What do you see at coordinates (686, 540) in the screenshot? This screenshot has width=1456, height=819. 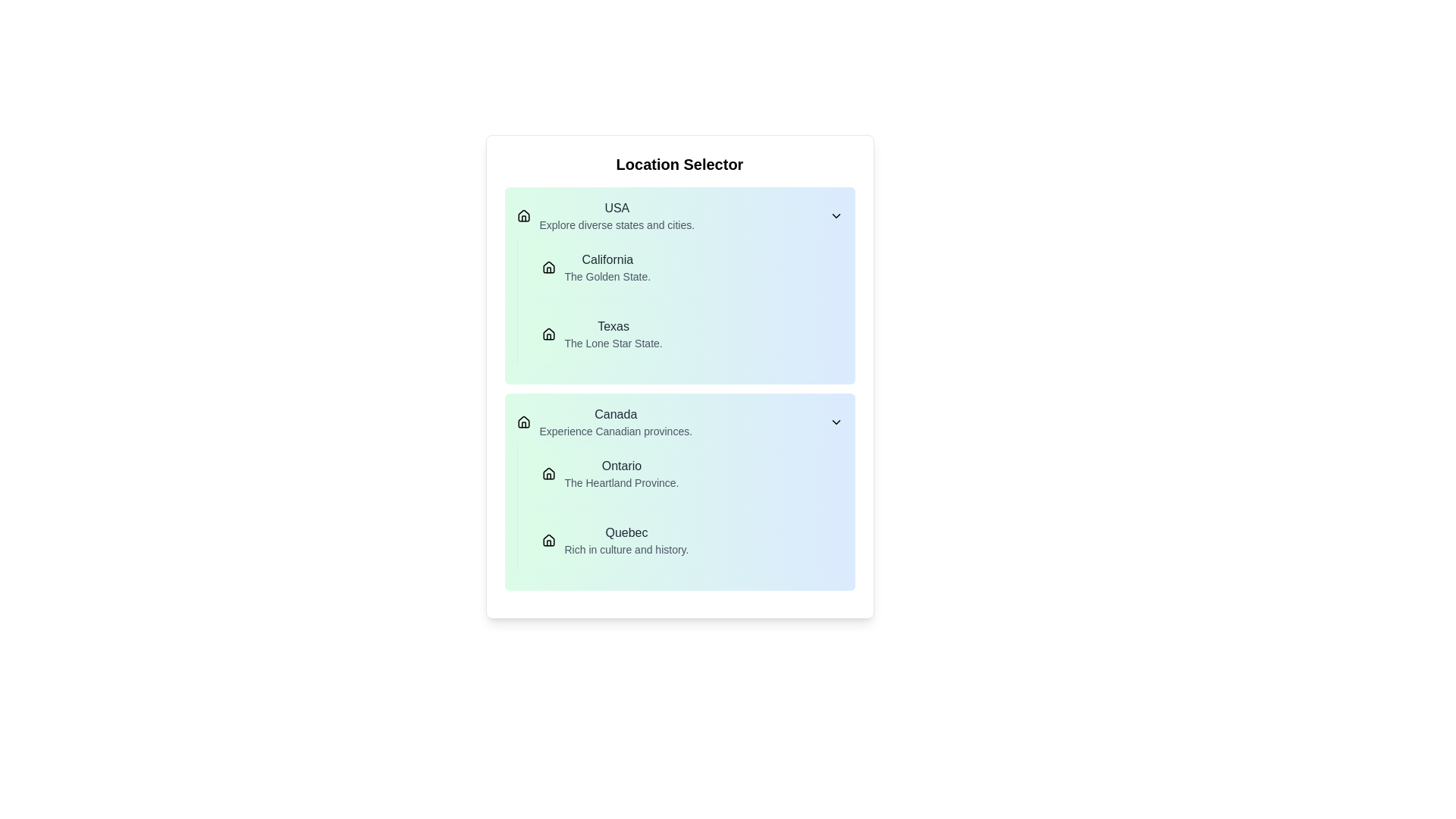 I see `the informational card representing Quebec located in the Canada section, below the Ontario card` at bounding box center [686, 540].